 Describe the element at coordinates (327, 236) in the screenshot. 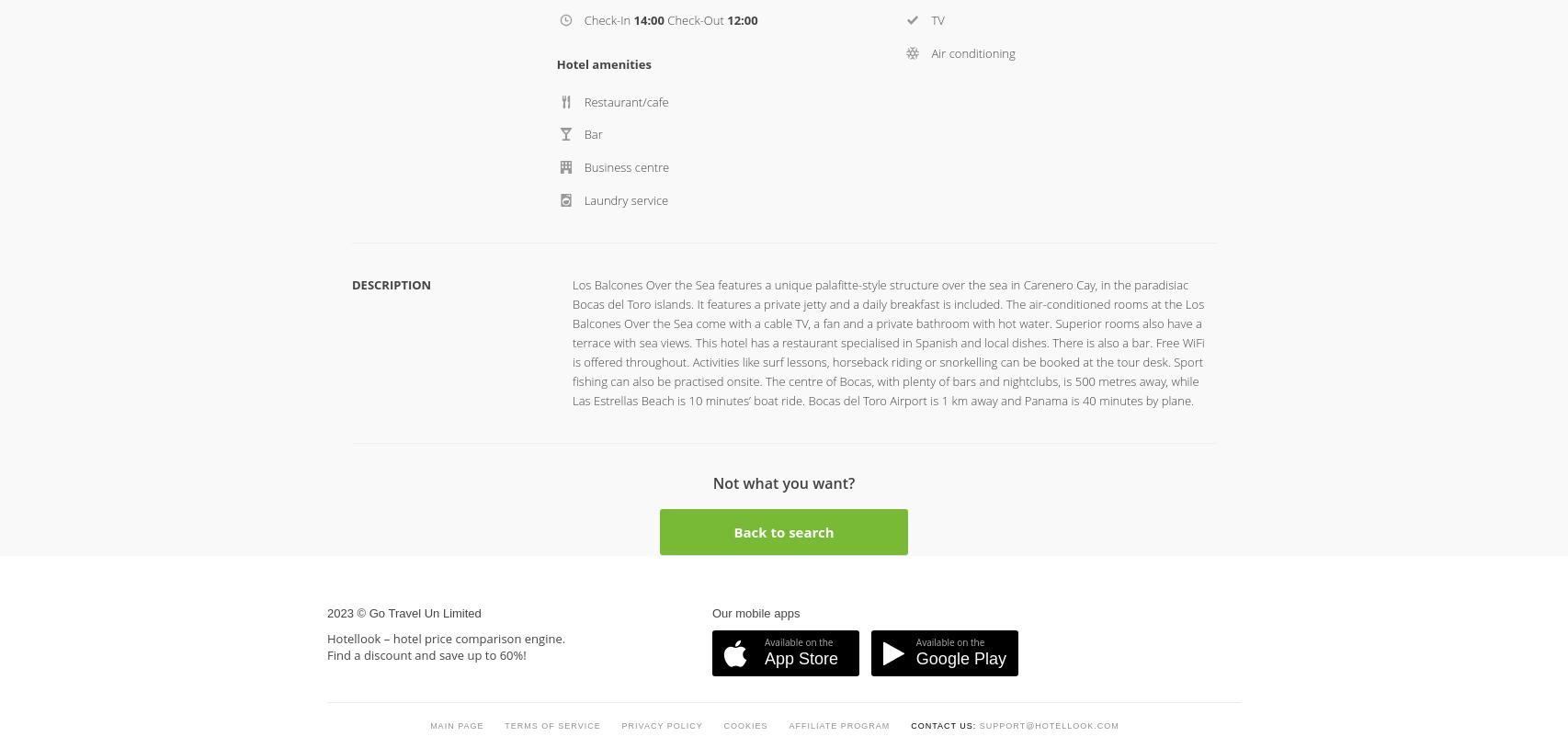

I see `'2023 © Go Travel Un Limited'` at that location.